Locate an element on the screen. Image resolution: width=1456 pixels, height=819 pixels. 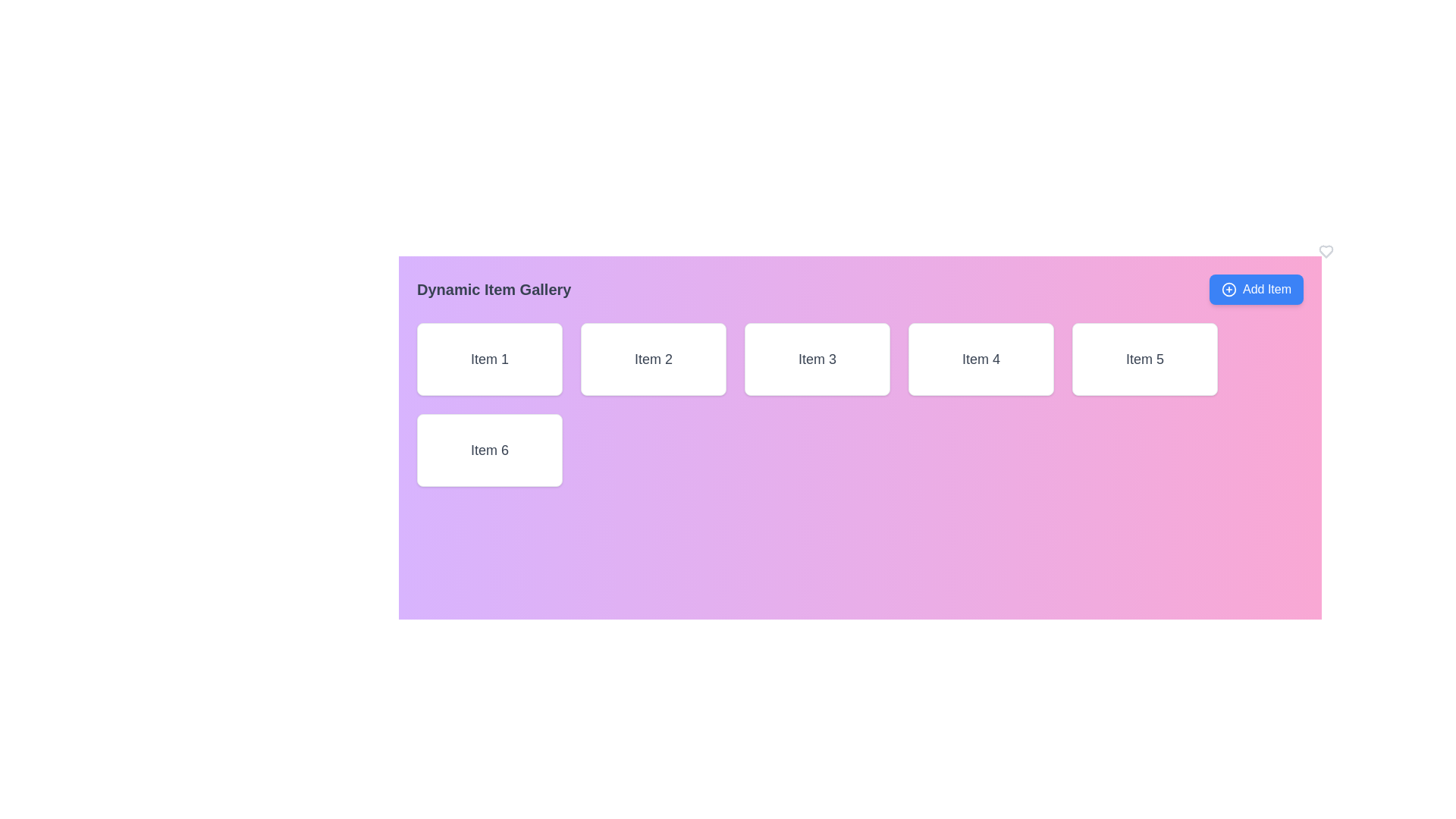
the '+' icon within the 'Add Item' button located in the top-right corner of the interface is located at coordinates (1229, 289).